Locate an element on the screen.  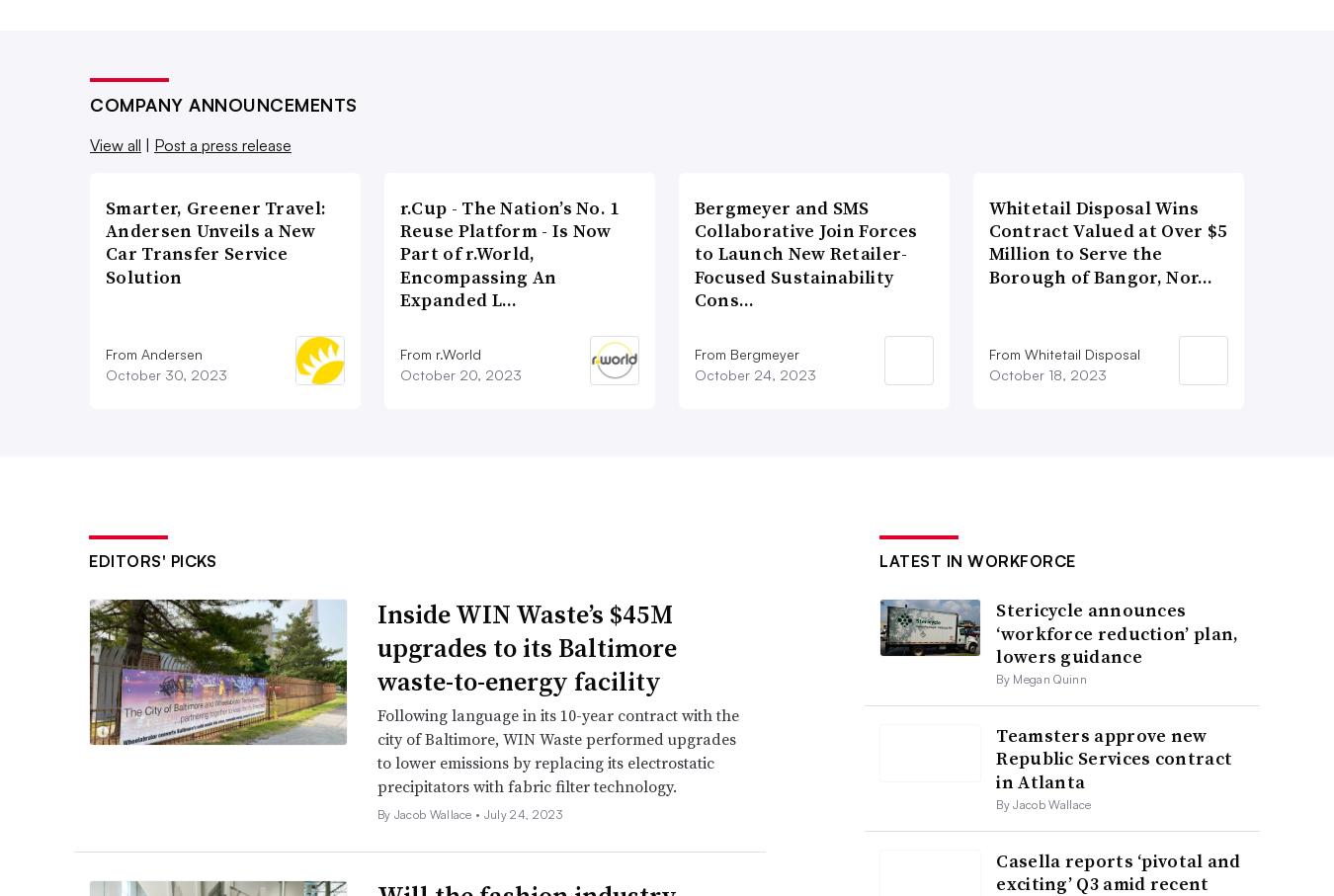
'Smarter, Greener Travel: Andersen Unveils a New Car Transfer Service Solution' is located at coordinates (215, 241).